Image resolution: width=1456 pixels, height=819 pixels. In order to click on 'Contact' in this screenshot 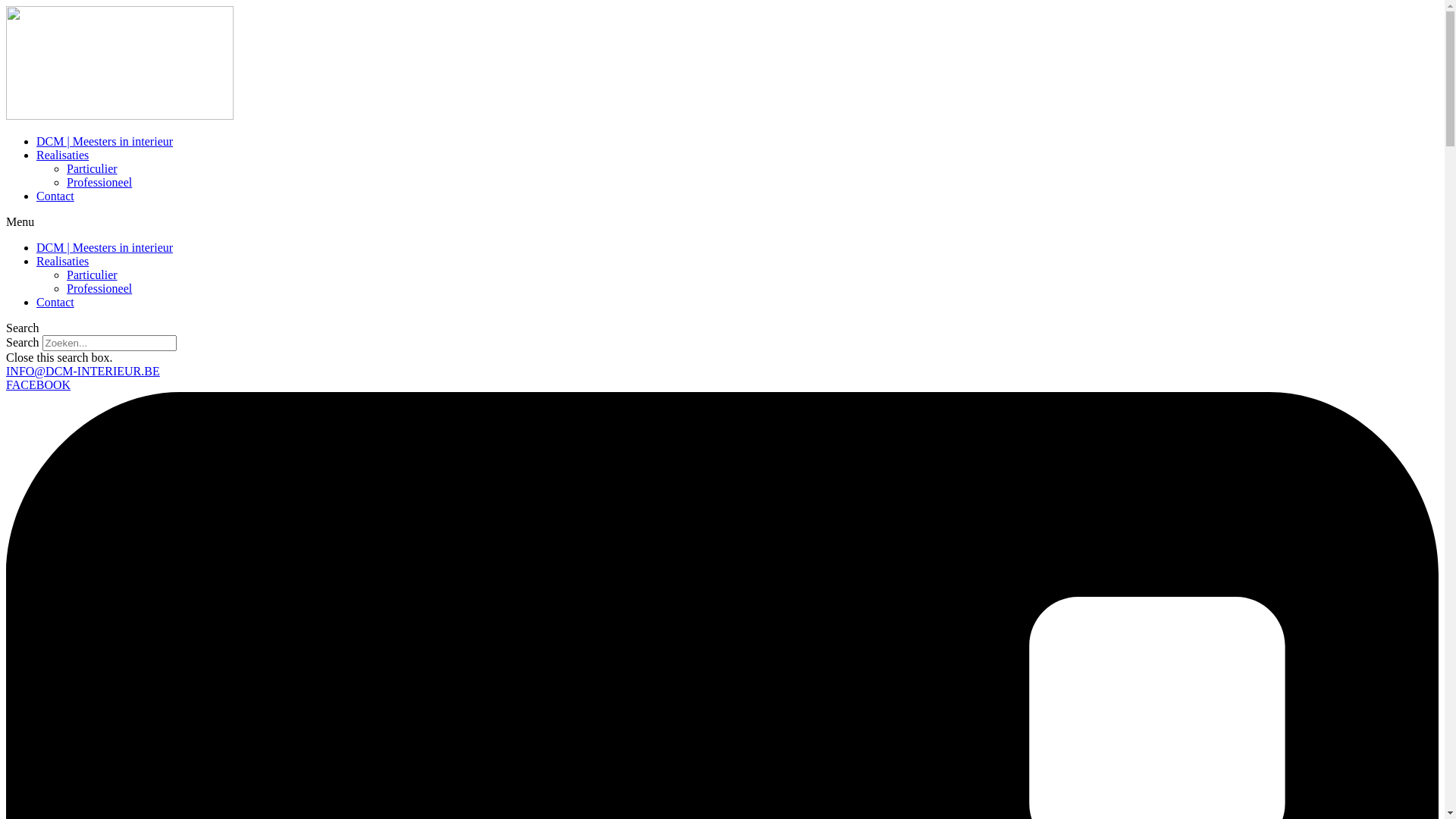, I will do `click(36, 302)`.